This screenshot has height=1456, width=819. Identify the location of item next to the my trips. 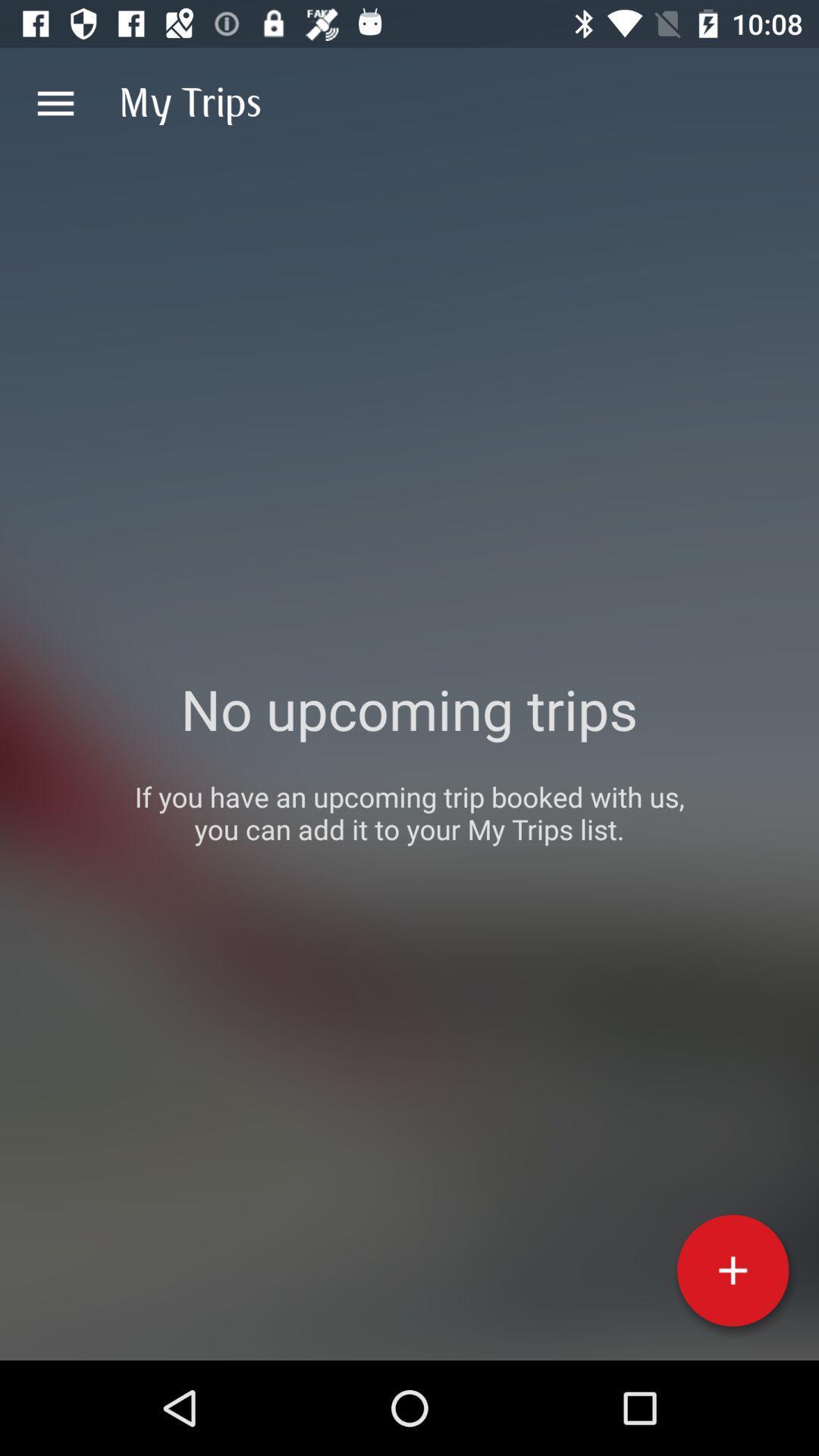
(55, 102).